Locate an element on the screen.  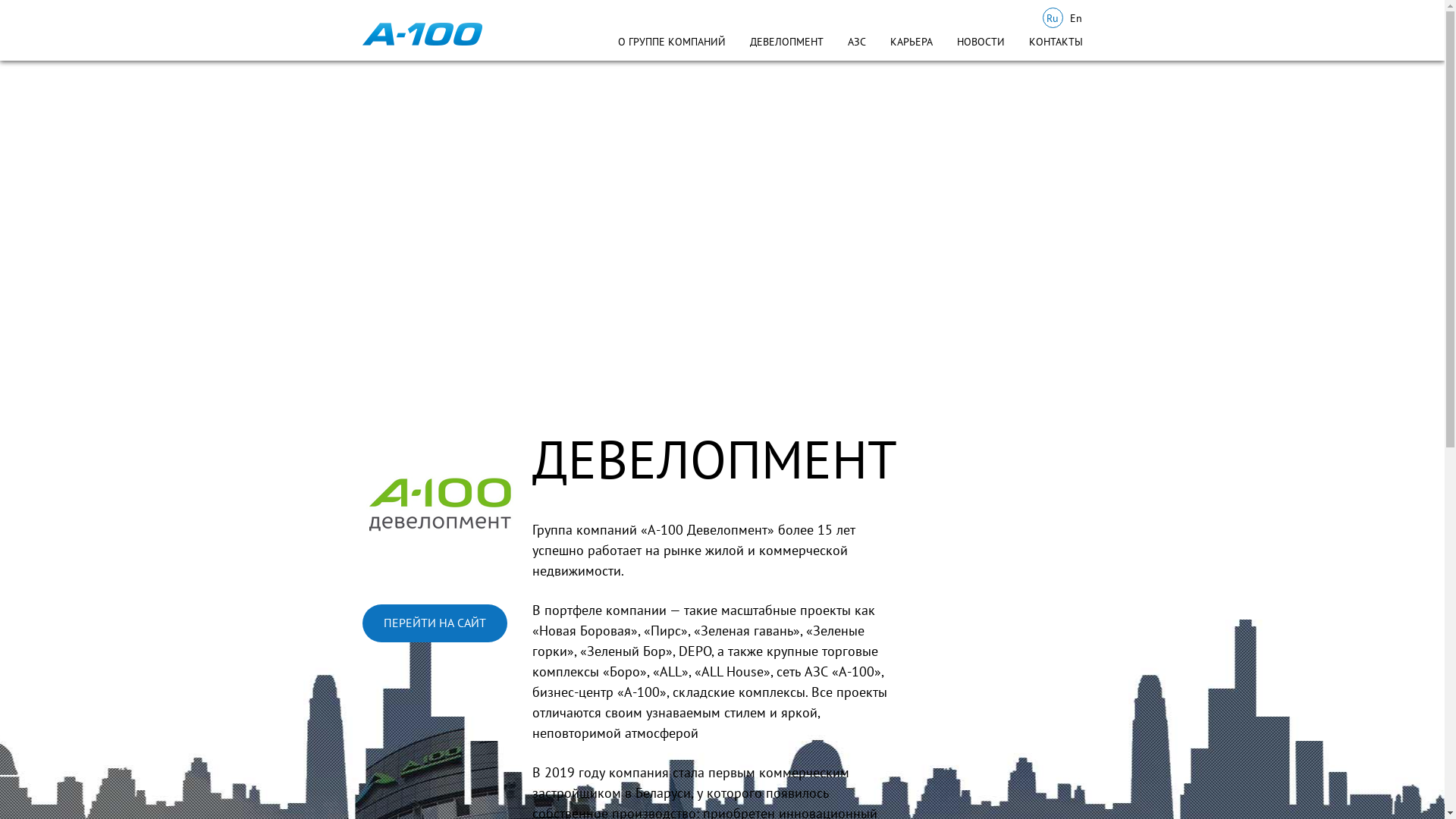
'En' is located at coordinates (1075, 17).